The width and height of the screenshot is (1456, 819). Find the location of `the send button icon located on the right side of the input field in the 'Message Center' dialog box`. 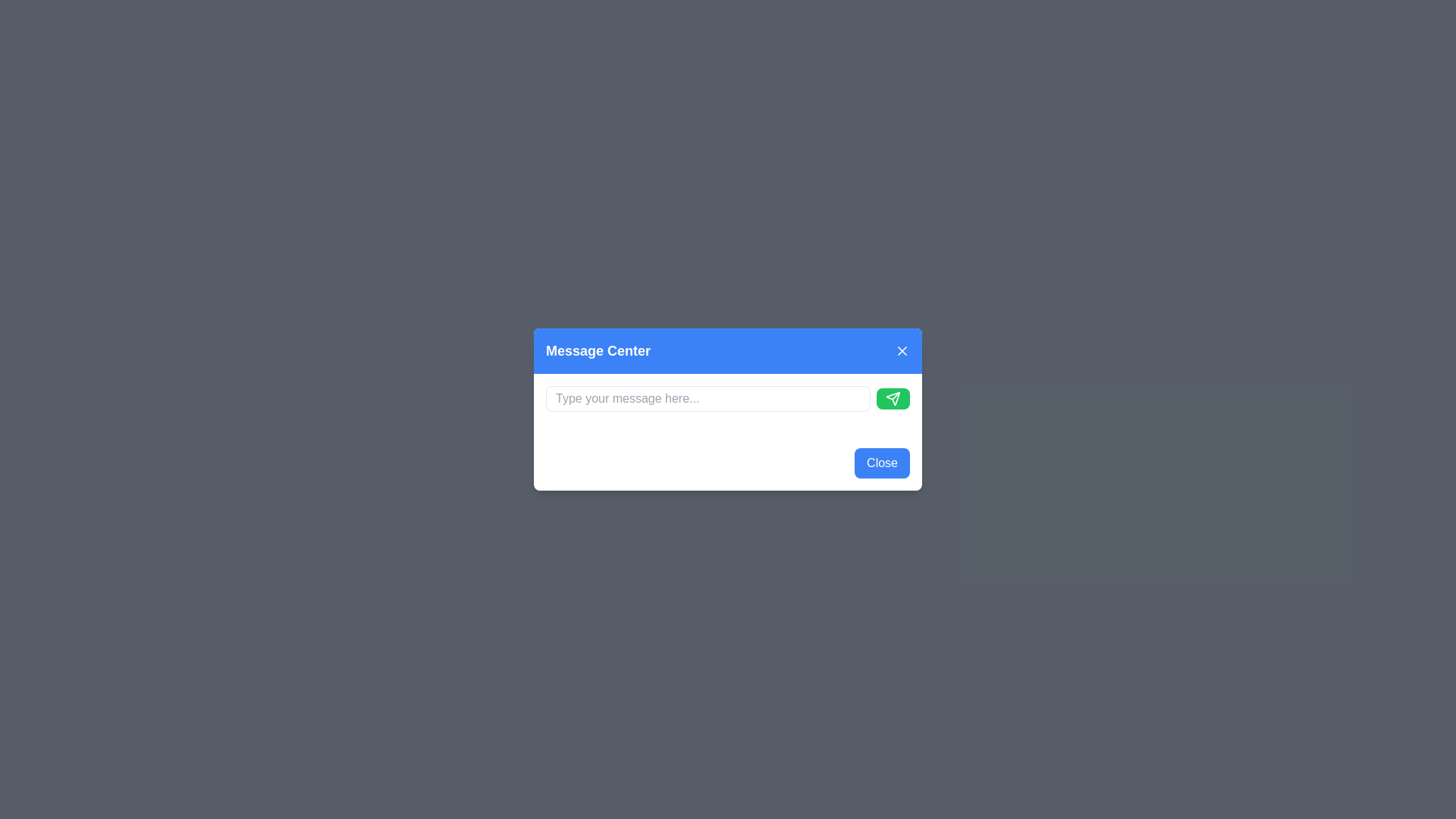

the send button icon located on the right side of the input field in the 'Message Center' dialog box is located at coordinates (893, 397).